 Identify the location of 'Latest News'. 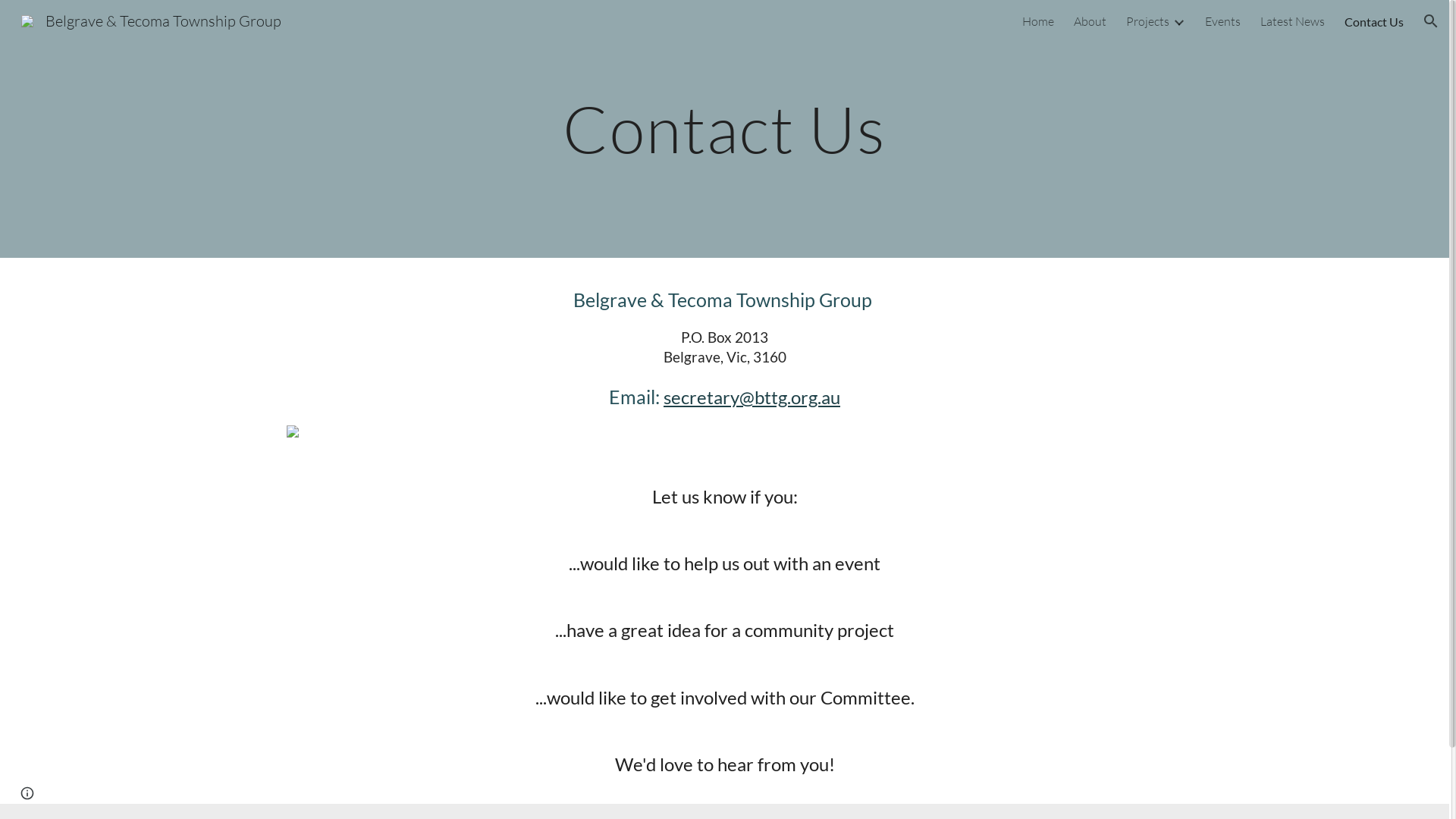
(1260, 20).